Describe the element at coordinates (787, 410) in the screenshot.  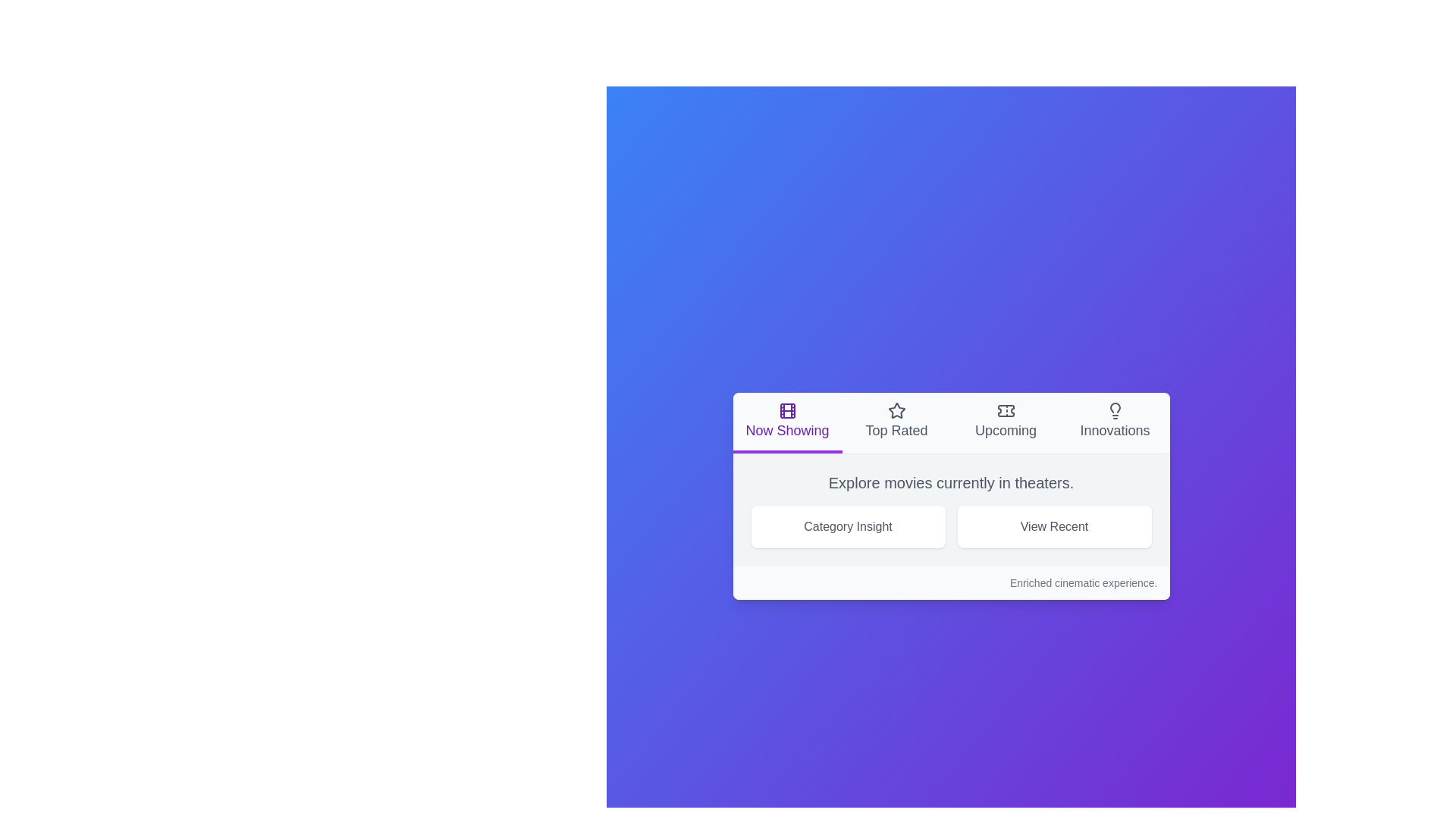
I see `the 'Now Showing' icon located in the top-left corner of the navigation bar, which is the first icon to the left of the 'Top Rated' and 'Upcoming' labels` at that location.